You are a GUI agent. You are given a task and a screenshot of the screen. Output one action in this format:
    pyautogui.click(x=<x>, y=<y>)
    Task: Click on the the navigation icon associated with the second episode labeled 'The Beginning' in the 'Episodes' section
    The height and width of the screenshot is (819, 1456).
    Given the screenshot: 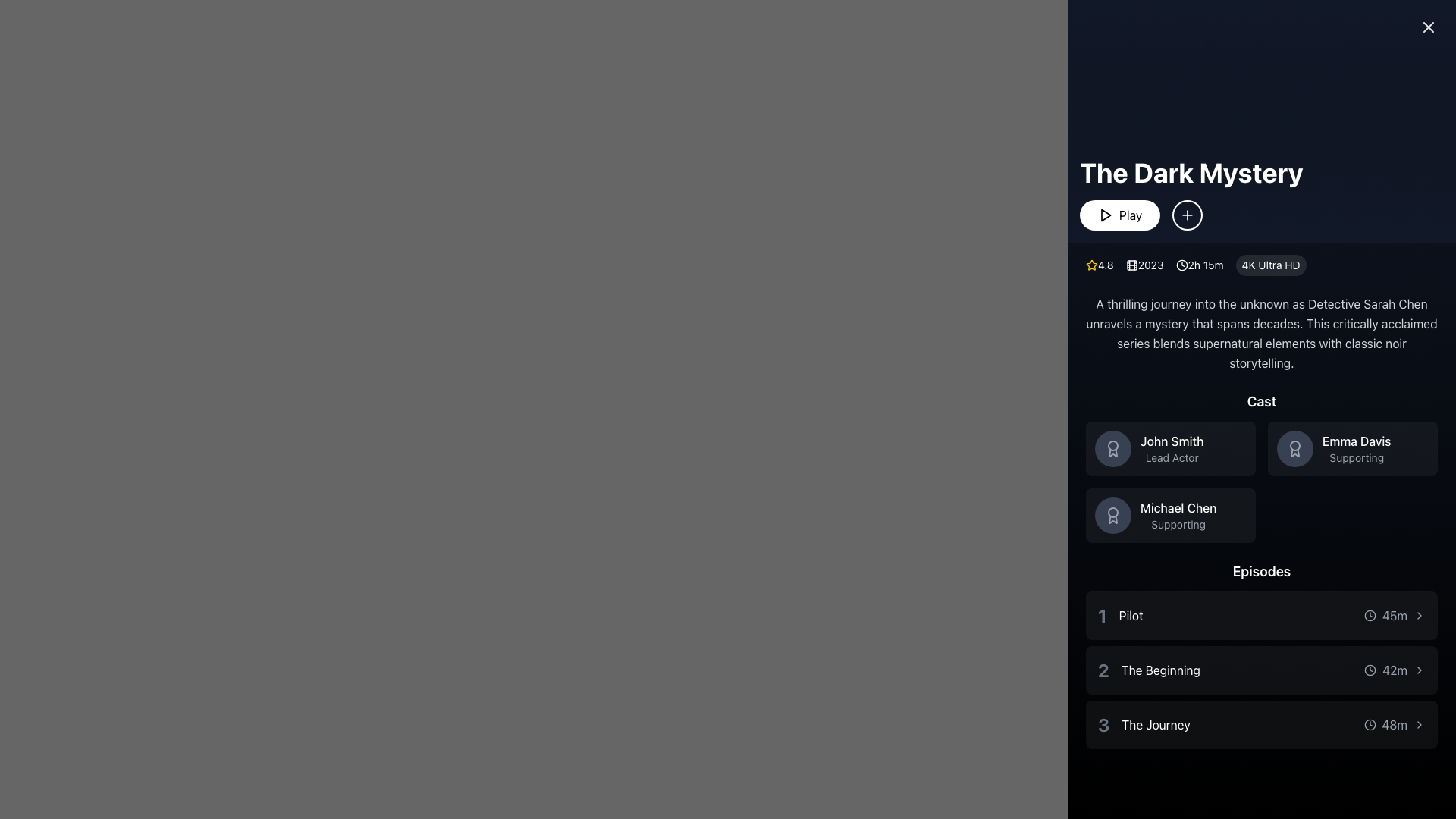 What is the action you would take?
    pyautogui.click(x=1419, y=669)
    